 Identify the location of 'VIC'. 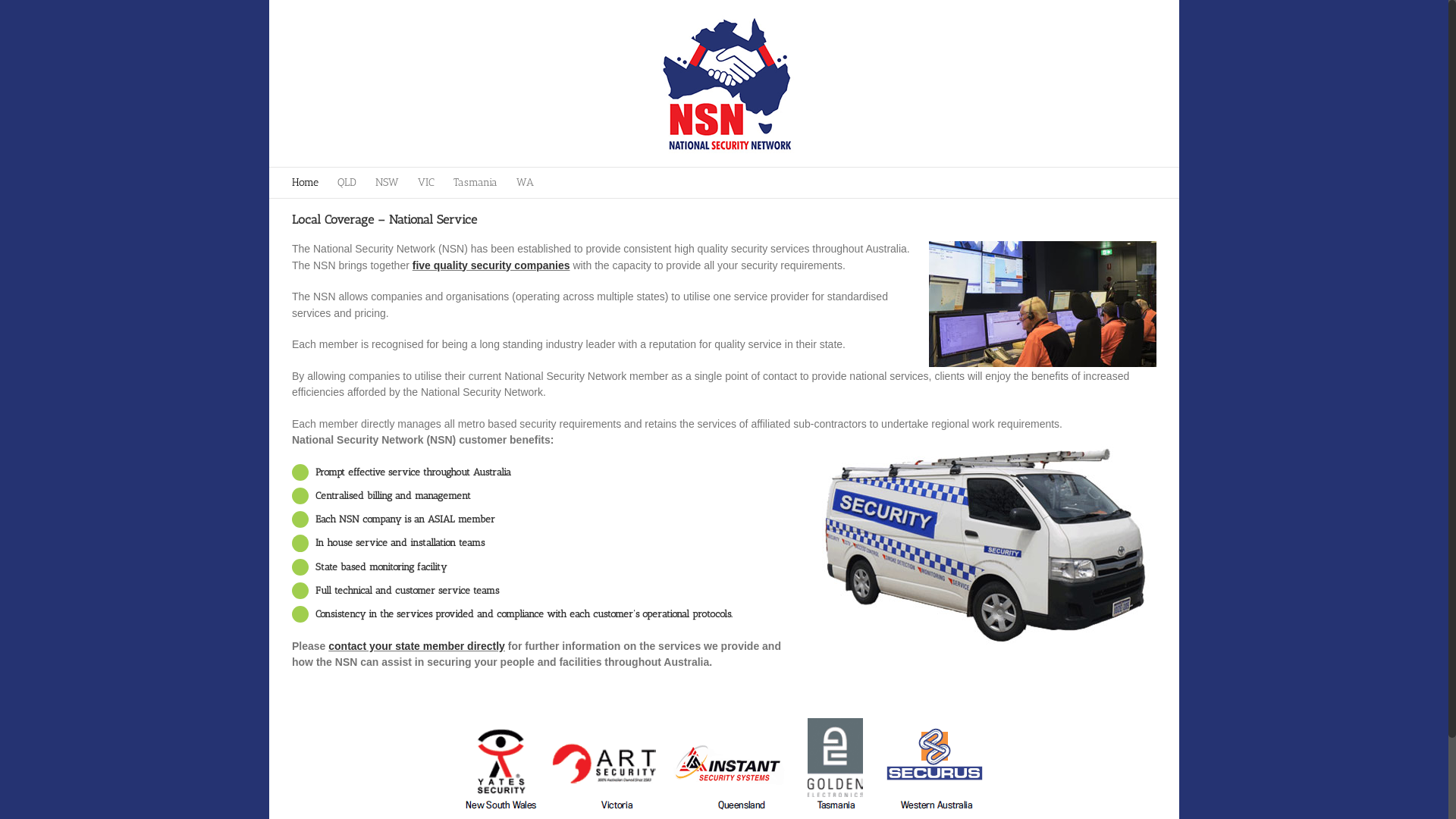
(425, 181).